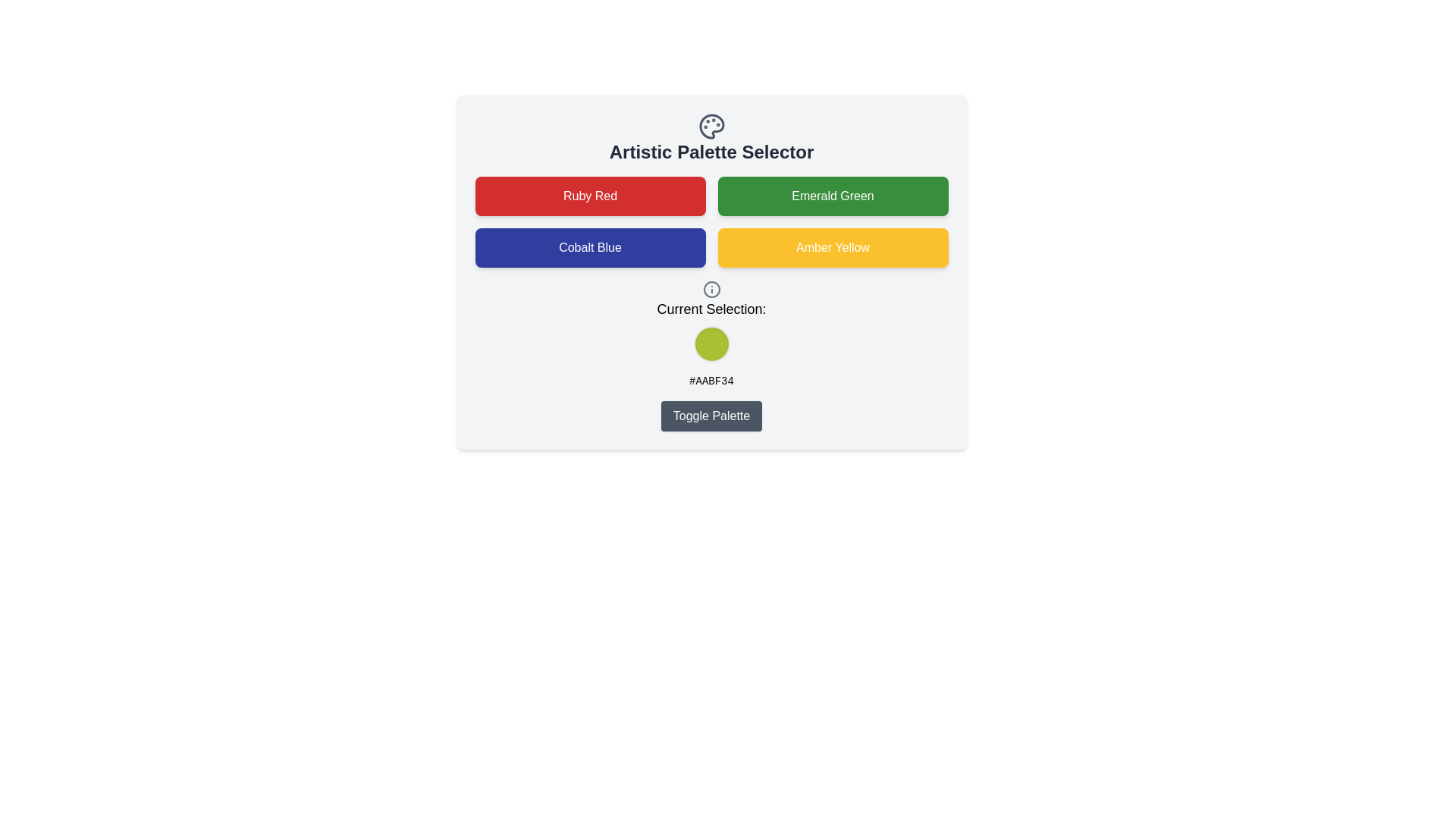 This screenshot has width=1456, height=819. What do you see at coordinates (711, 289) in the screenshot?
I see `the small circular border of the 'i' symbol in the informational icon, which is part of the Decorative SVG circle located above the text 'Current Selection:' and below the title 'Artistic Palette Selector'` at bounding box center [711, 289].